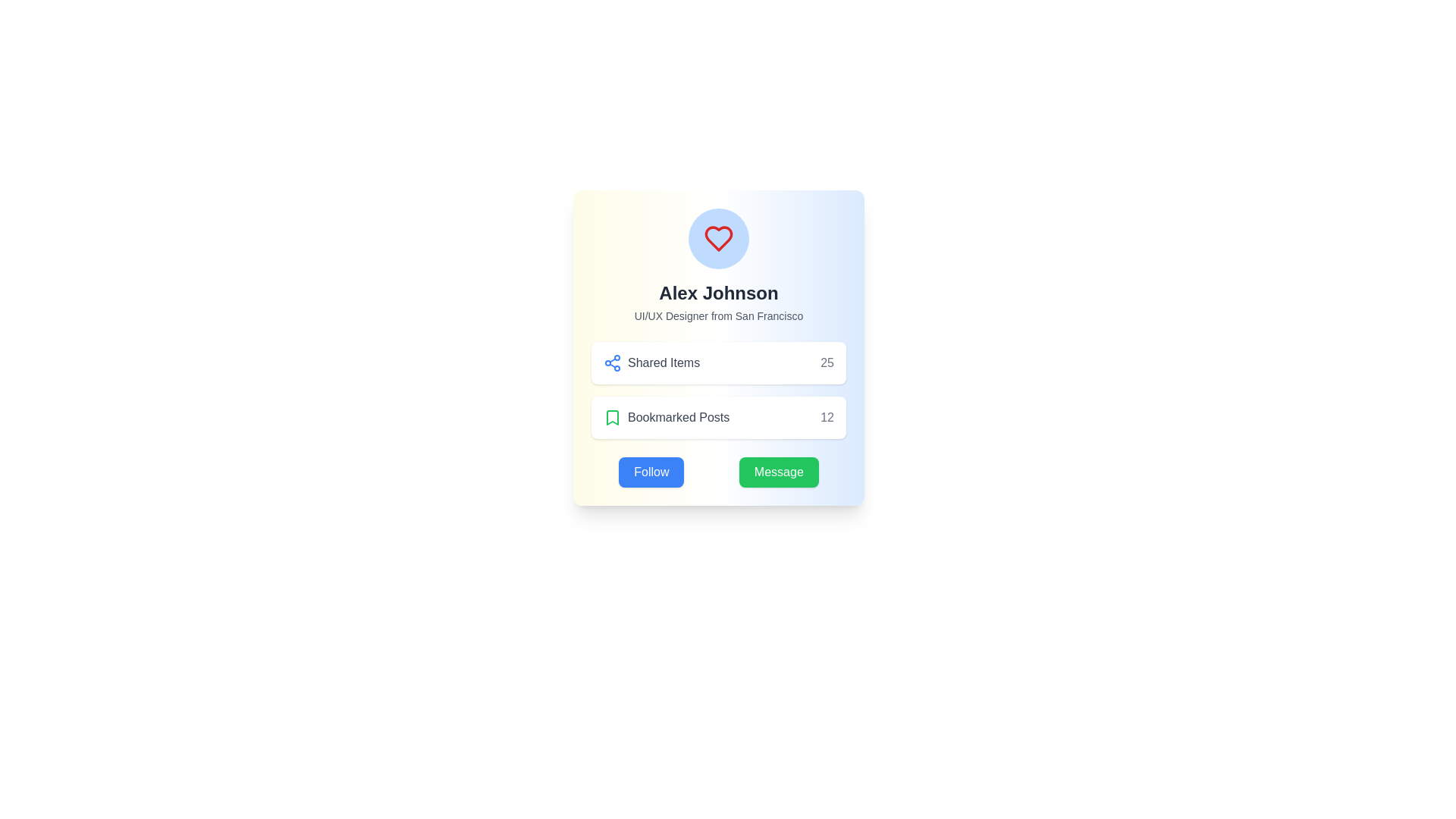 The height and width of the screenshot is (819, 1456). I want to click on bookmark icon element located near the center of the interface, to the left of the 'Bookmarked Posts' label, using developer tools, so click(612, 418).